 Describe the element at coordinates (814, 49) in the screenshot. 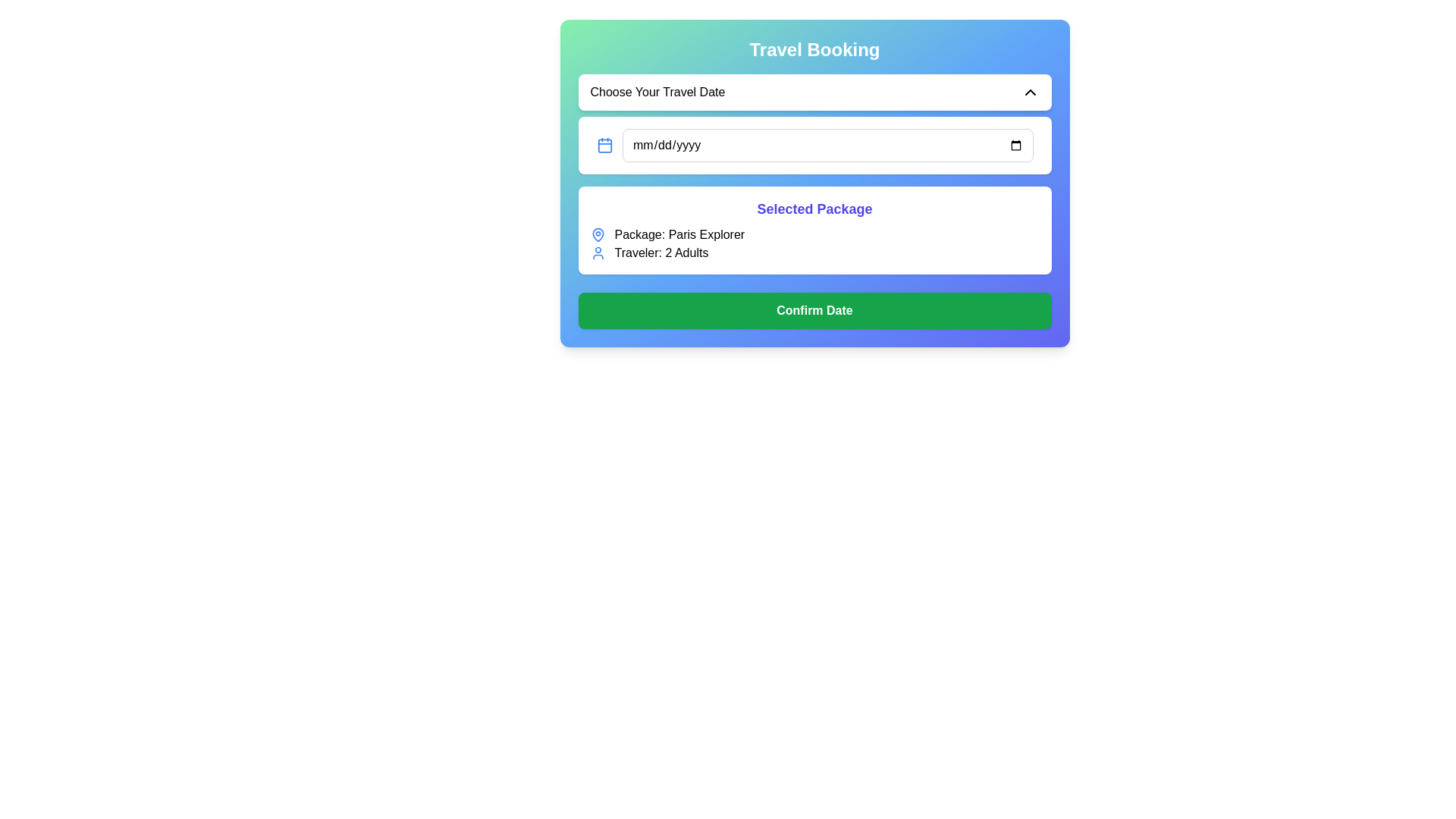

I see `the large, bold text displaying 'Travel Booking' which is styled with a white font and centered within a gradient background` at that location.